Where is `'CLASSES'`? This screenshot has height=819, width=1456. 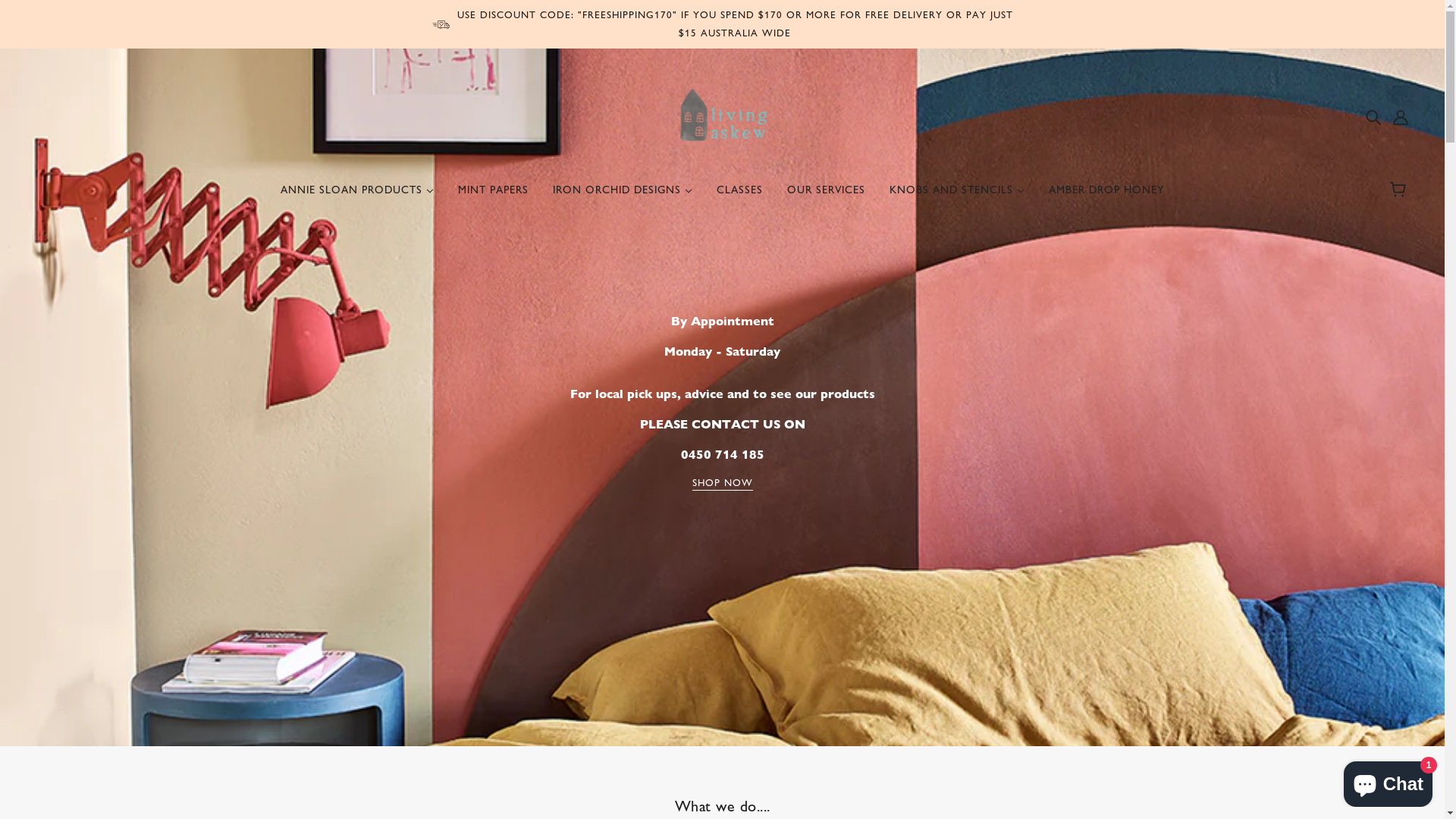 'CLASSES' is located at coordinates (739, 195).